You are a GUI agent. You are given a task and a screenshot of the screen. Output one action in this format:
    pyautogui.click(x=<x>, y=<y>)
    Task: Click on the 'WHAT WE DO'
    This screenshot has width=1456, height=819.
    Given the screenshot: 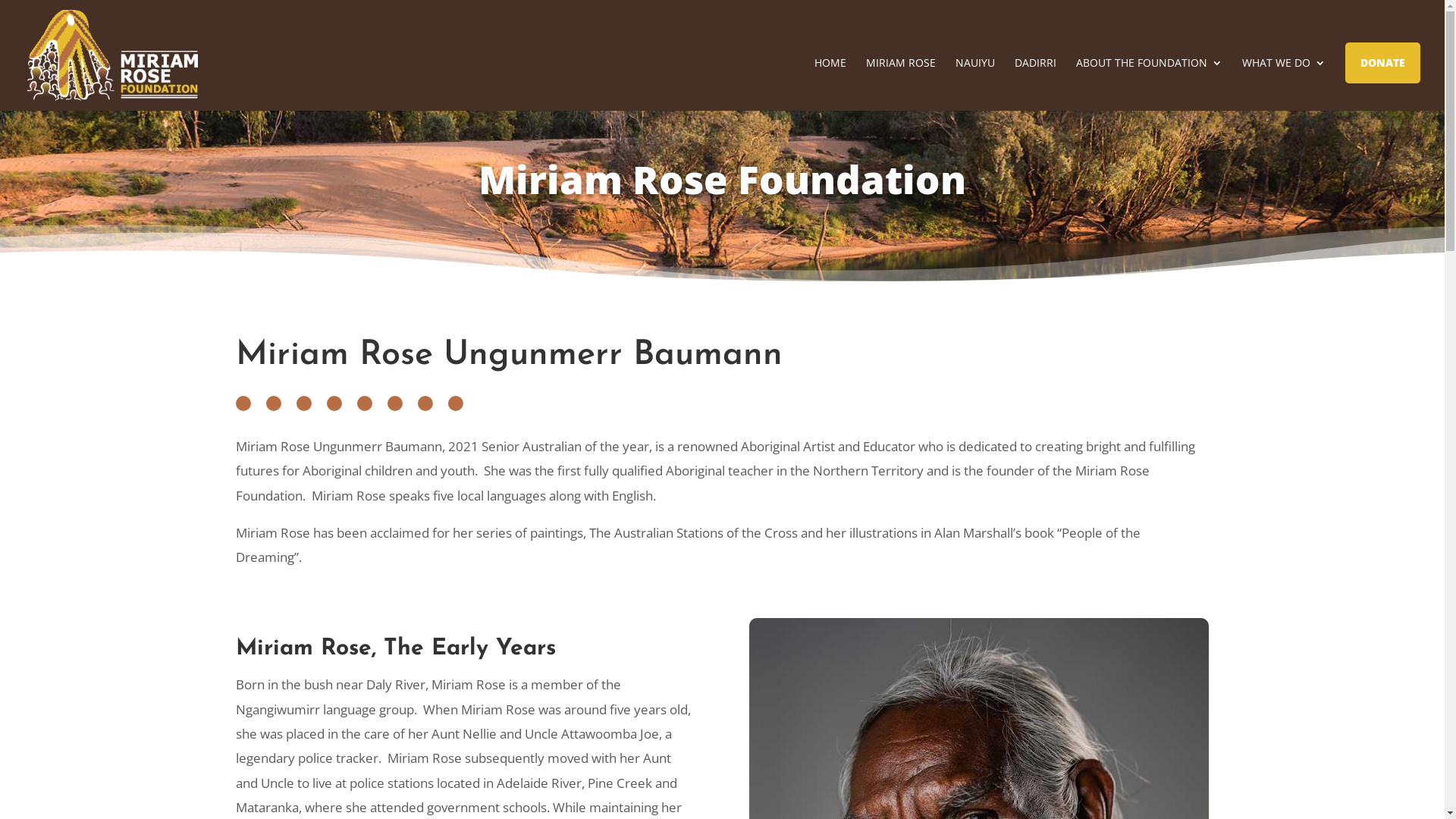 What is the action you would take?
    pyautogui.click(x=1283, y=84)
    